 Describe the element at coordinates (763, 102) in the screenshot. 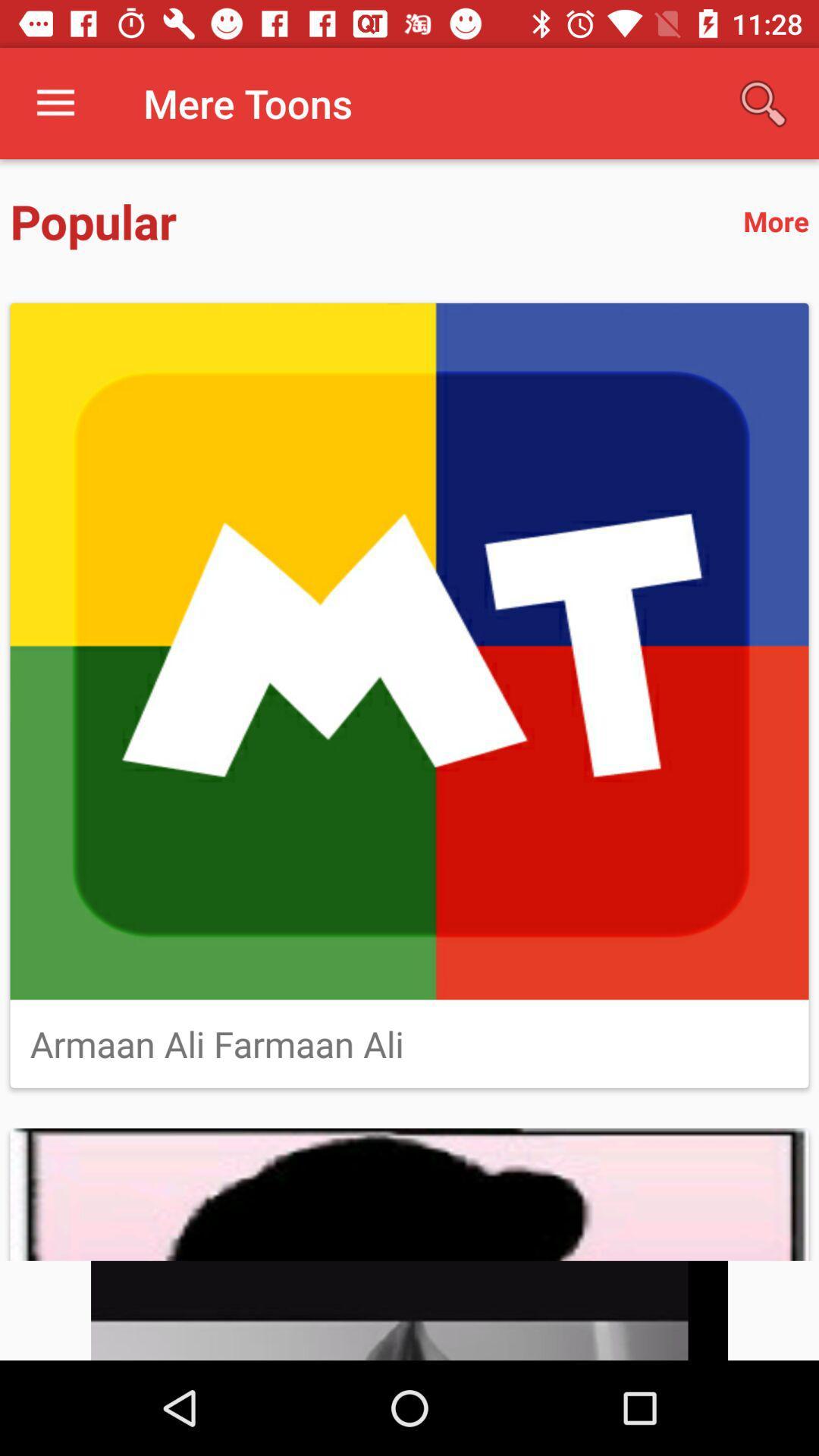

I see `icon next to mere toons icon` at that location.